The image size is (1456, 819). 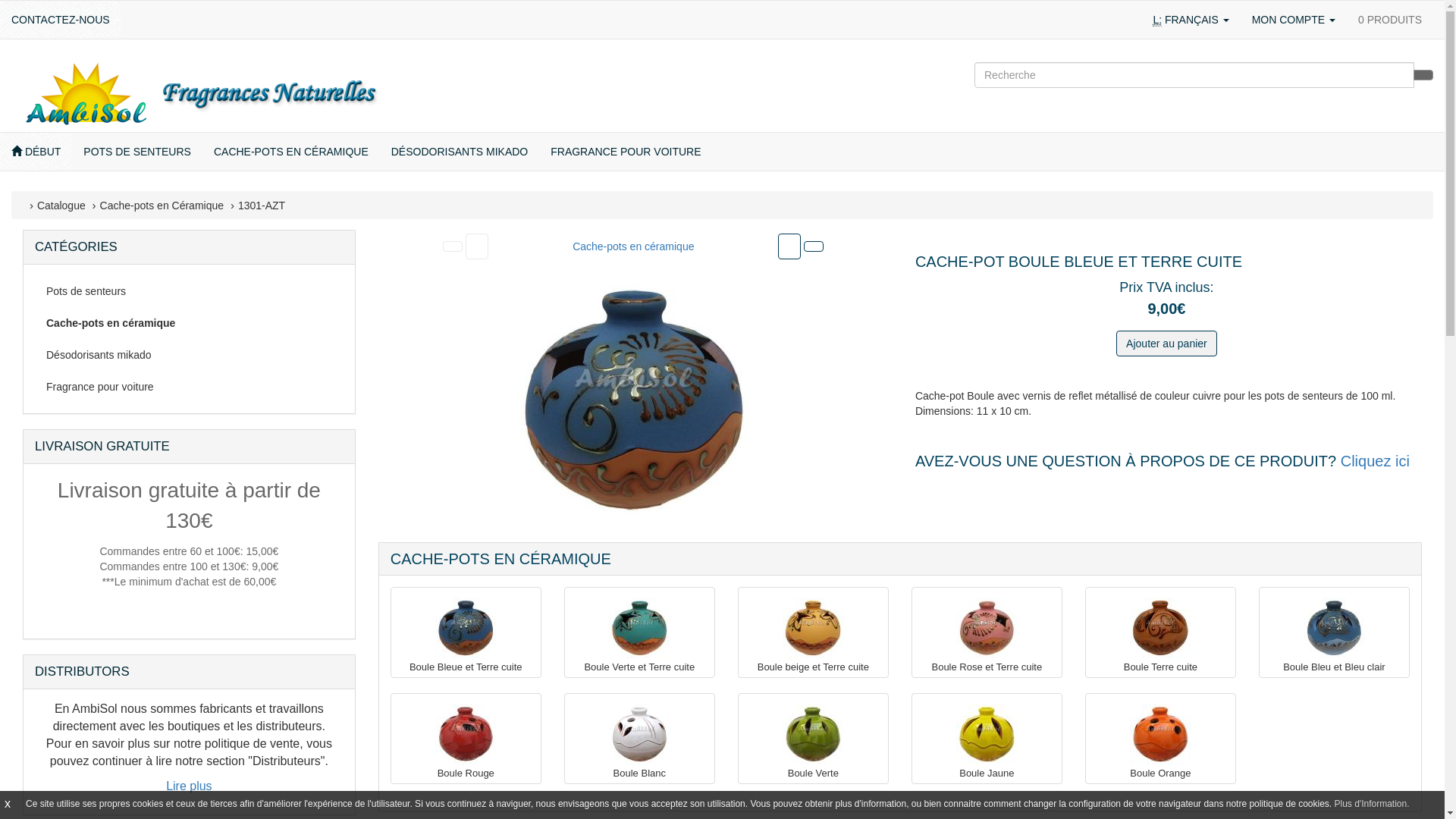 What do you see at coordinates (36, 205) in the screenshot?
I see `'Catalogue'` at bounding box center [36, 205].